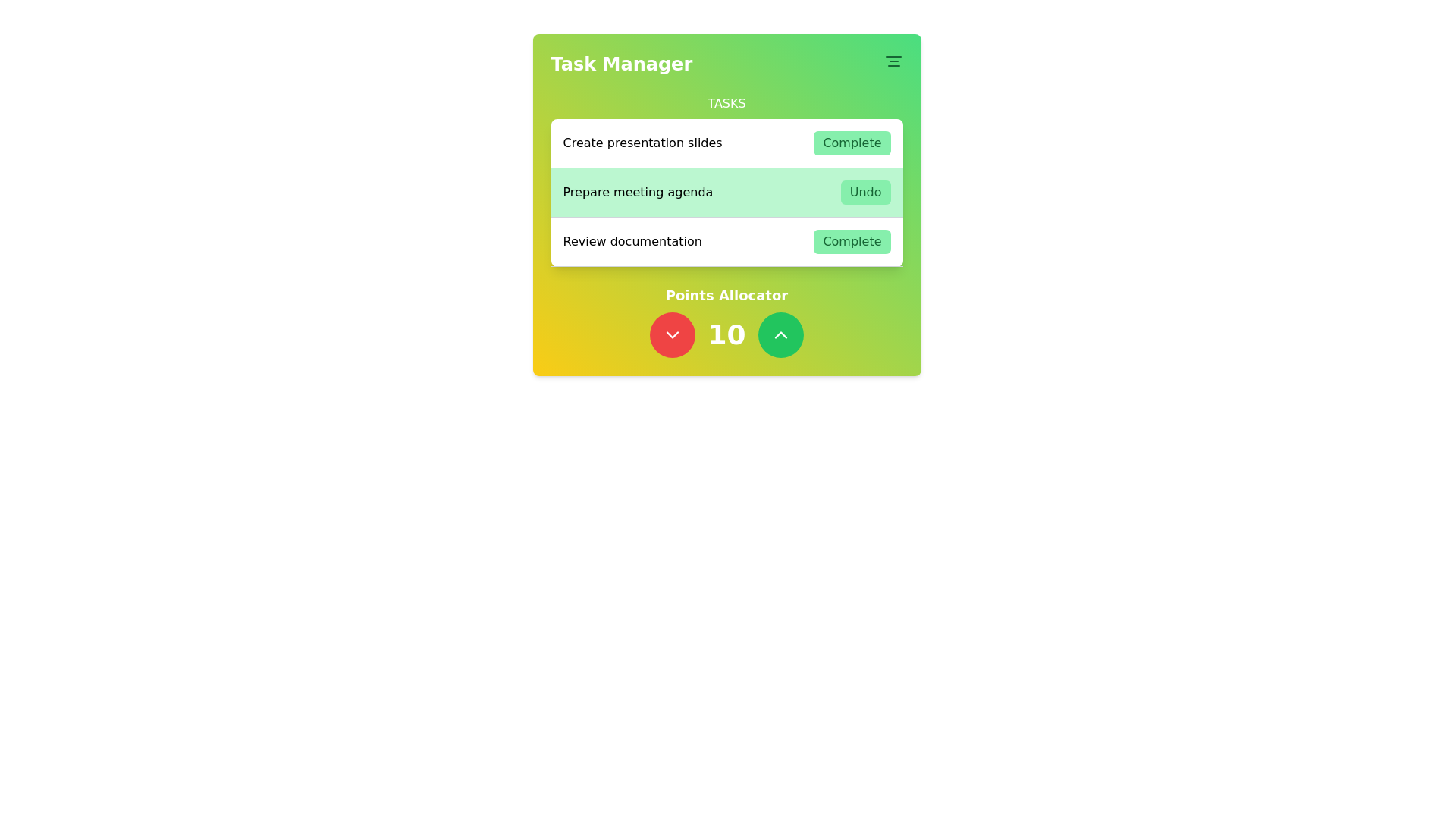  I want to click on the static label displaying the number '10', which is centered in the 'Points Allocator' section between a red button on the left and a green button on the right, so click(726, 334).